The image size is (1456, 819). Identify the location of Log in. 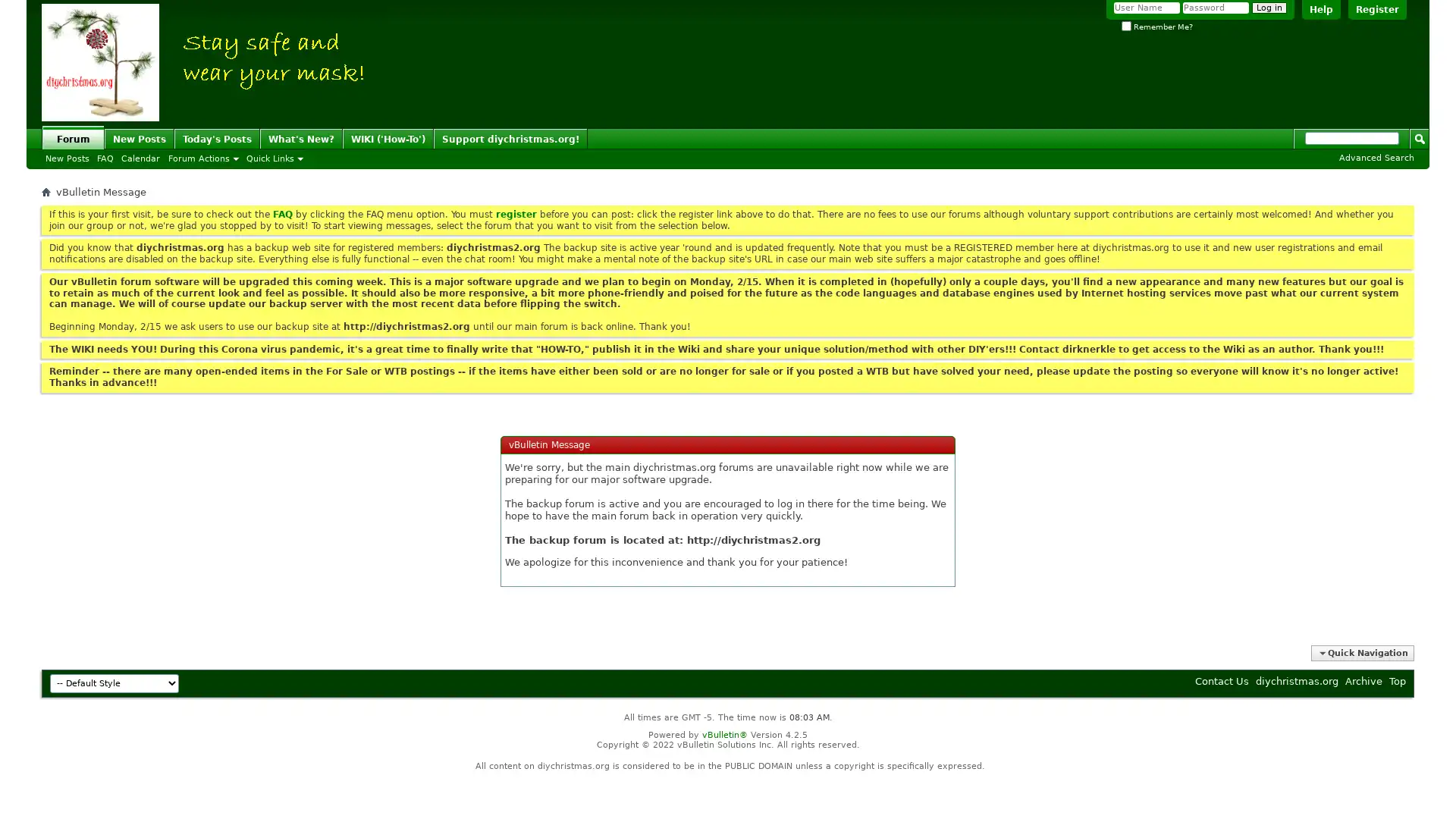
(1269, 8).